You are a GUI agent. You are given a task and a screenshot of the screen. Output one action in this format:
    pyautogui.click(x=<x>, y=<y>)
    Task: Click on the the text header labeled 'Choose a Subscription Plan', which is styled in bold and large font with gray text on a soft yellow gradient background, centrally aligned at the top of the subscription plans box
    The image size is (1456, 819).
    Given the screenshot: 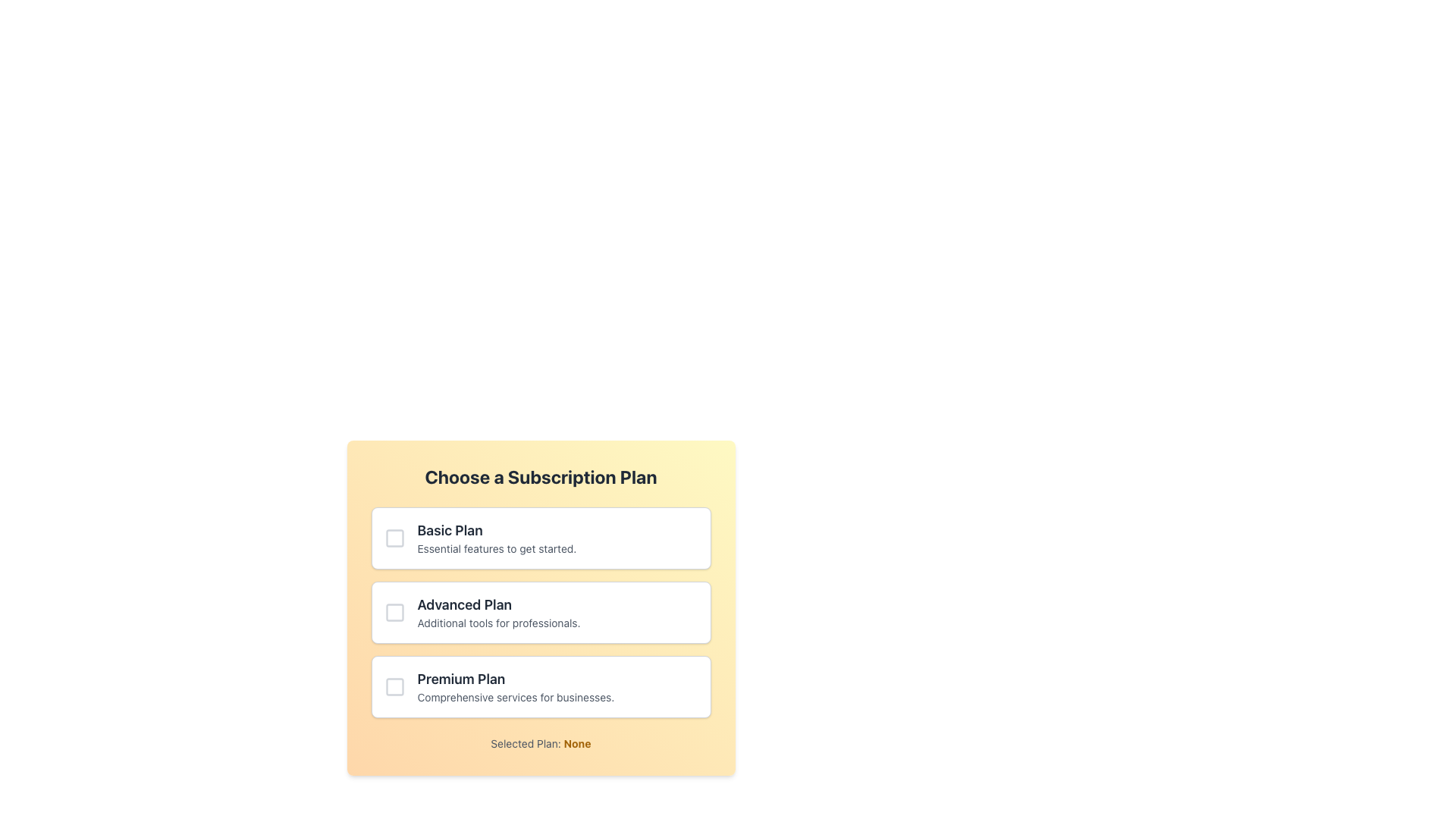 What is the action you would take?
    pyautogui.click(x=541, y=475)
    